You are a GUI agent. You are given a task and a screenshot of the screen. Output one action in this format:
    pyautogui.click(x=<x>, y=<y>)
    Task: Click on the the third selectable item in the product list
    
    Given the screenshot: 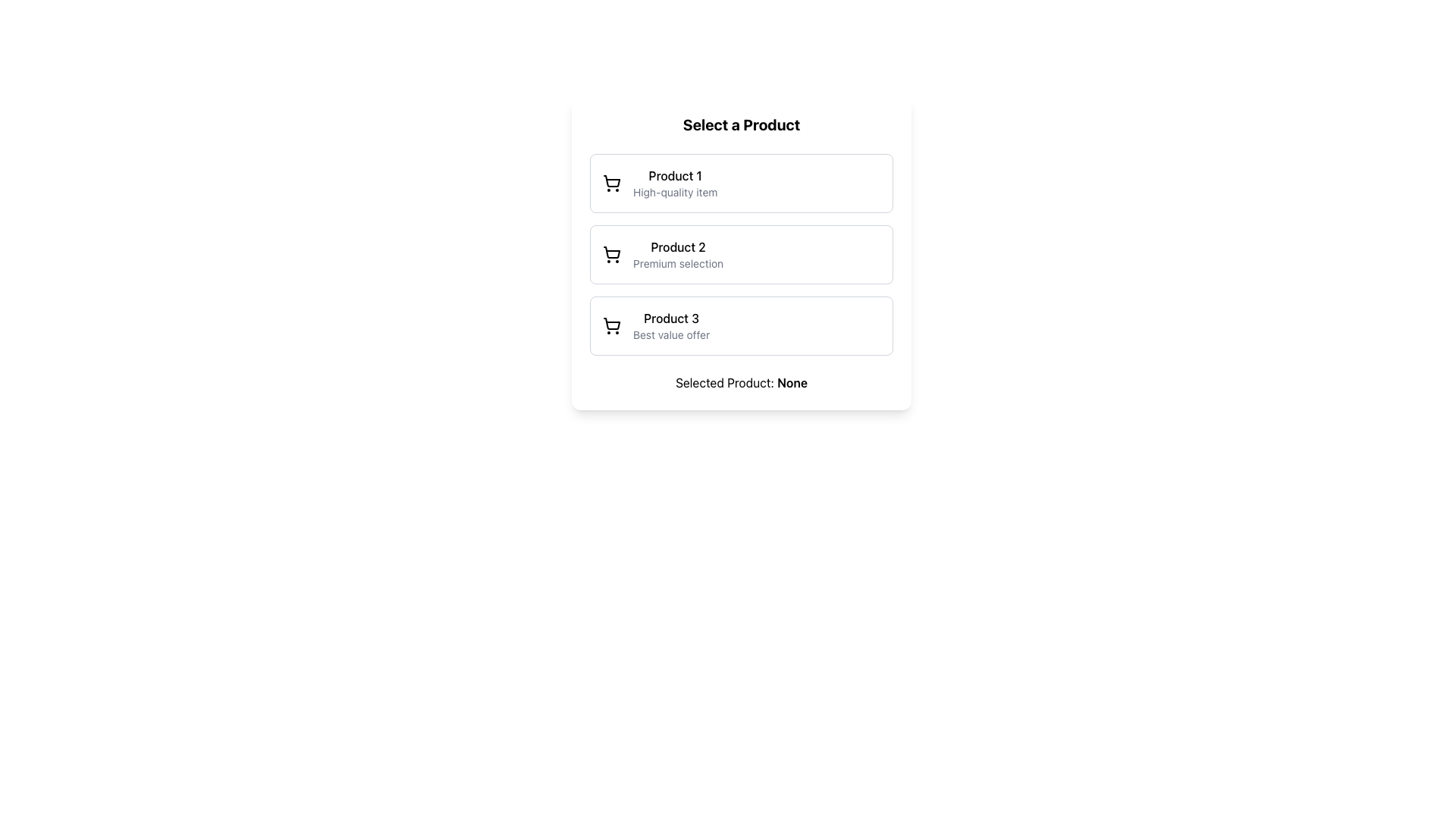 What is the action you would take?
    pyautogui.click(x=742, y=325)
    